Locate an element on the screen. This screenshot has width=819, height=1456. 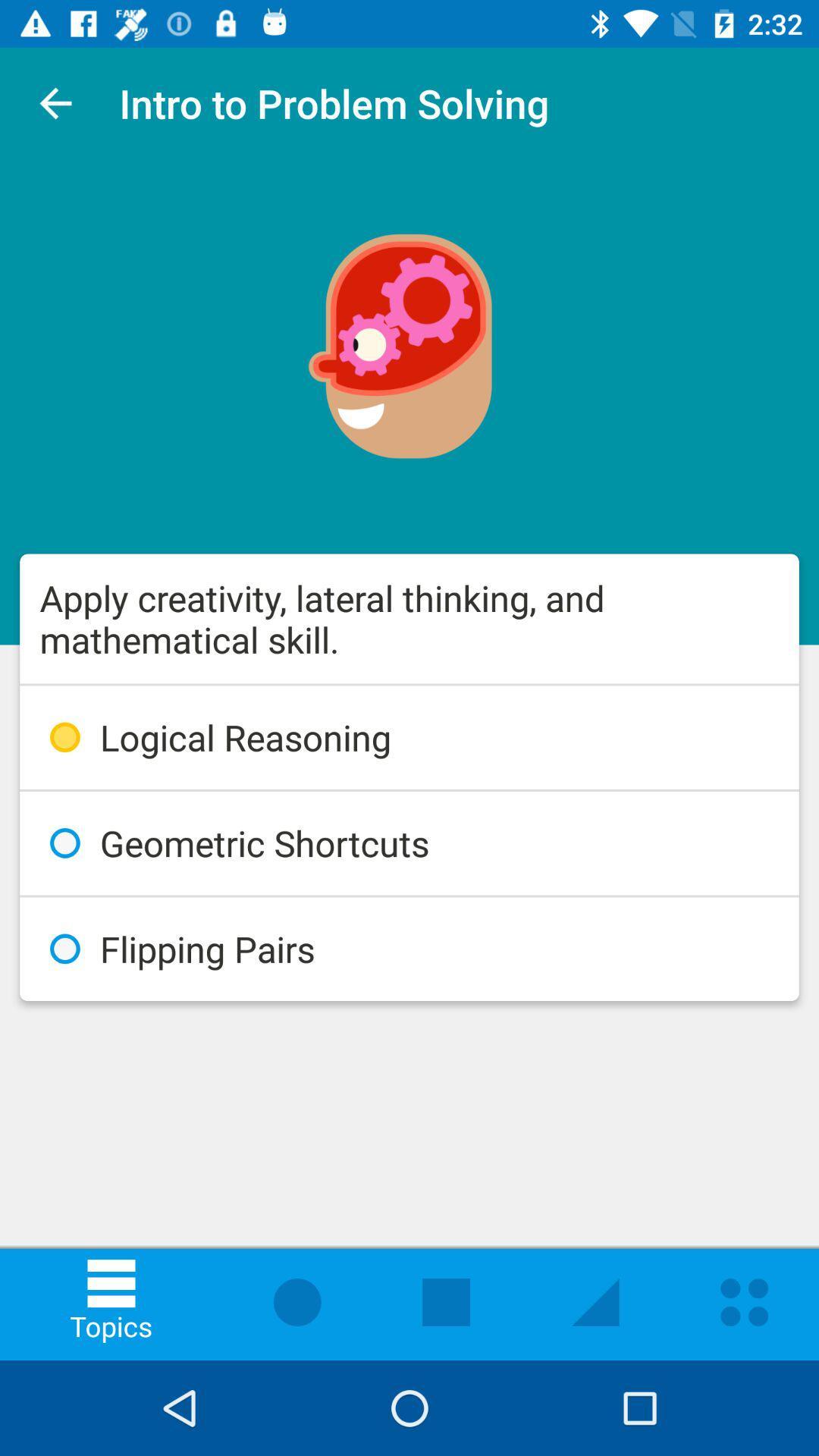
the geometric shortcuts icon is located at coordinates (409, 843).